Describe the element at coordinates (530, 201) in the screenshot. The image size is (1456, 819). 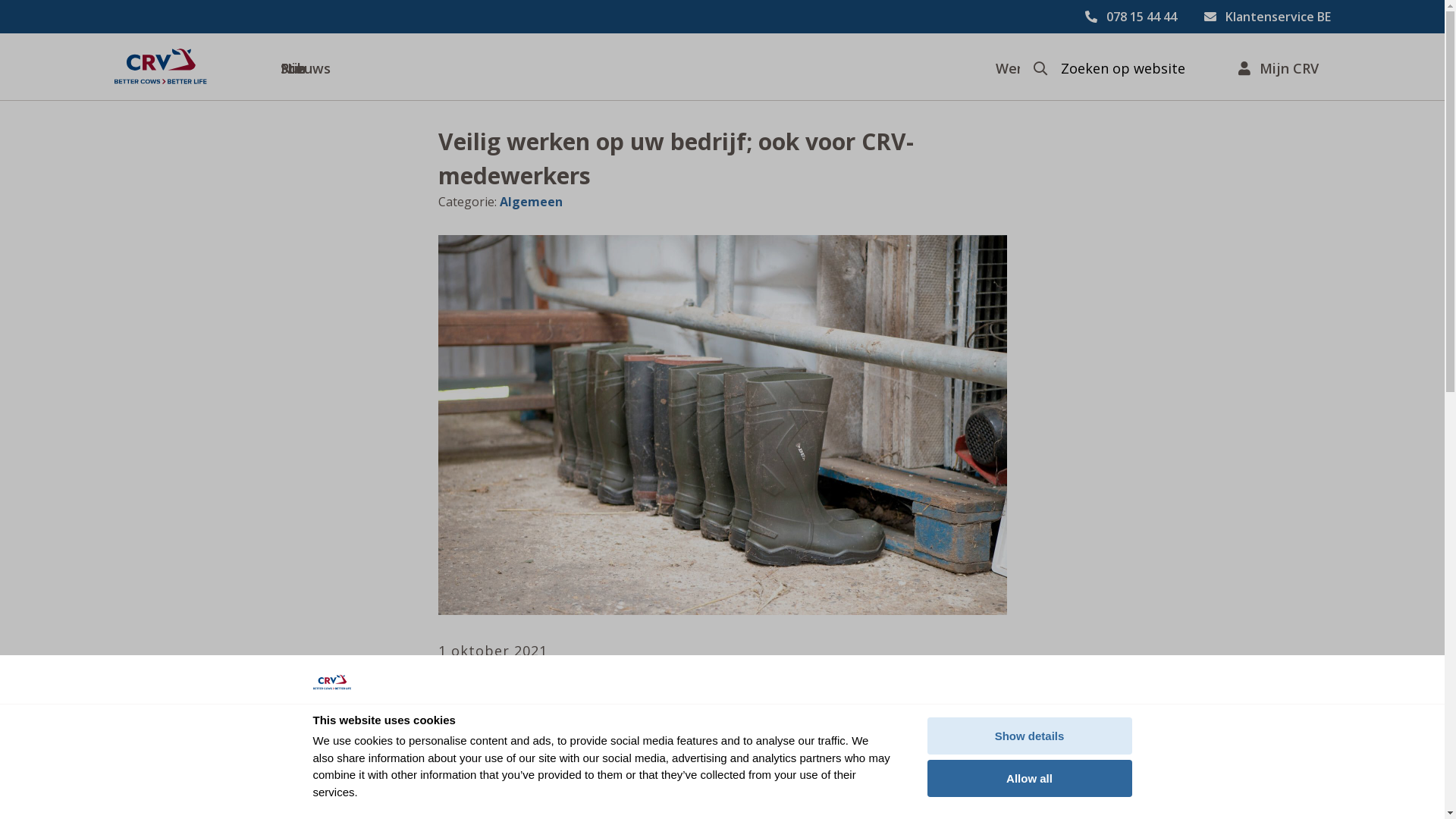
I see `'Algemeen'` at that location.